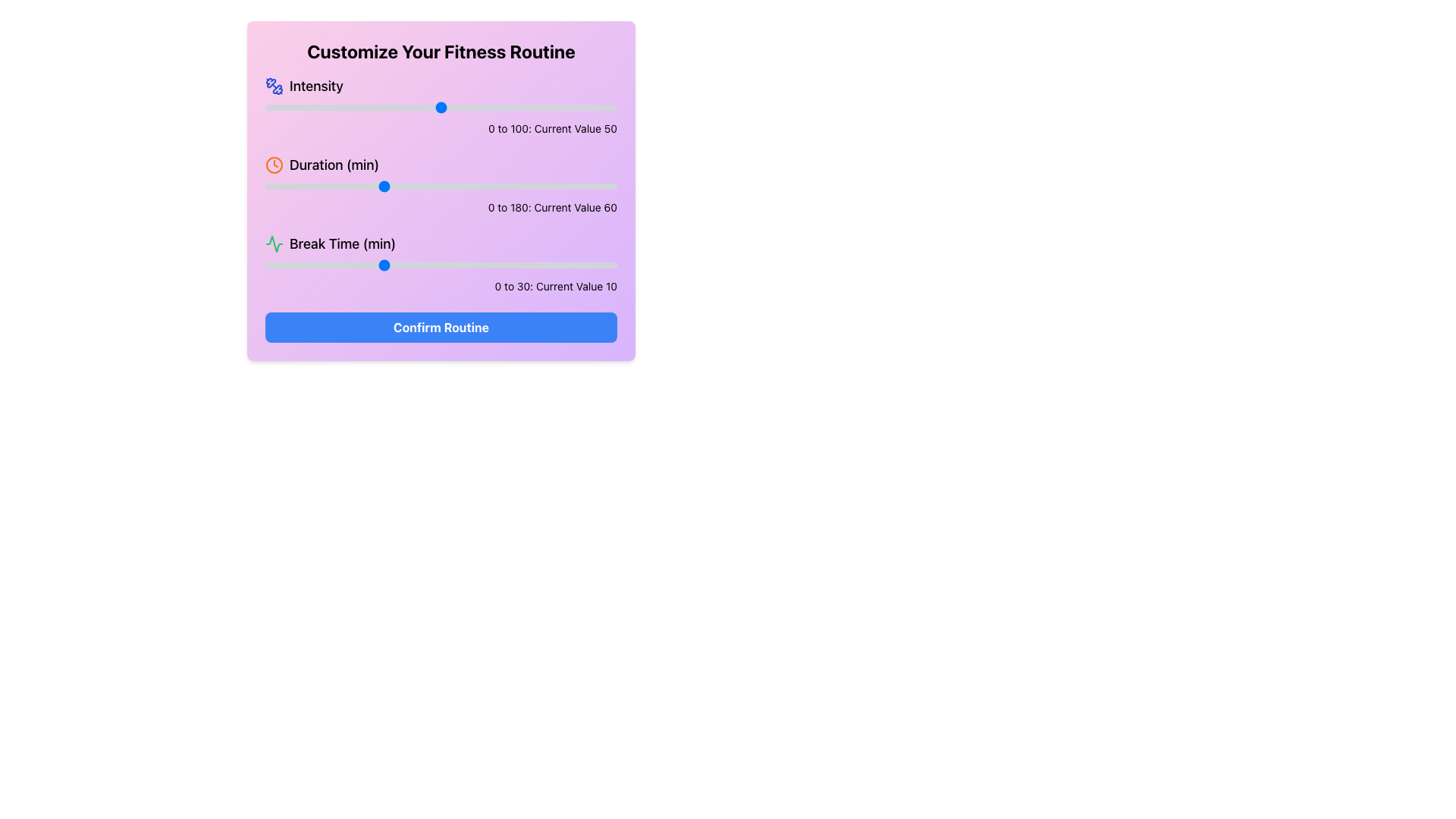 This screenshot has width=1456, height=819. What do you see at coordinates (515, 186) in the screenshot?
I see `duration` at bounding box center [515, 186].